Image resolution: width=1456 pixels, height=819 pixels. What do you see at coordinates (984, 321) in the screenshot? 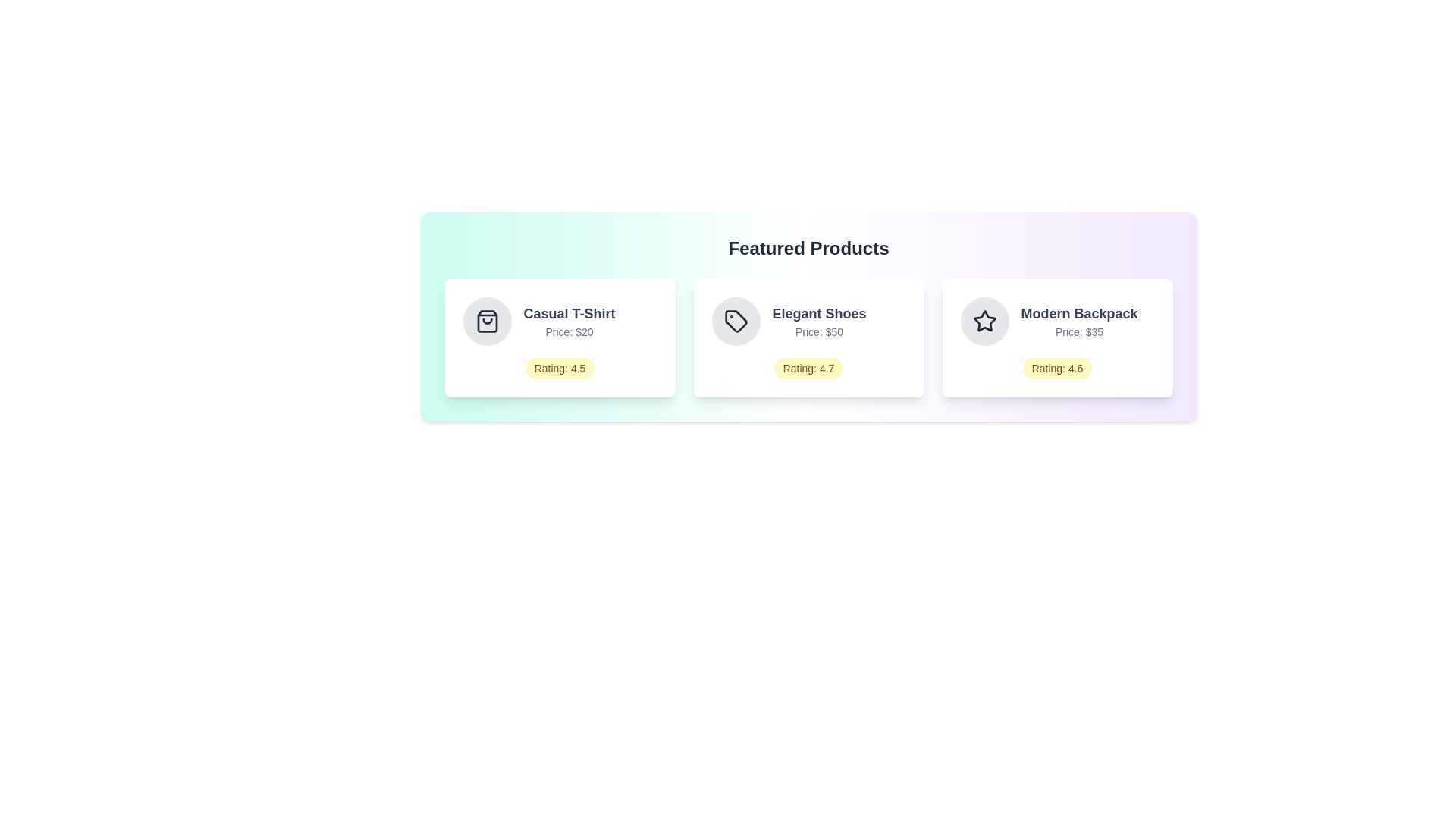
I see `the icon of the product named Modern Backpack` at bounding box center [984, 321].